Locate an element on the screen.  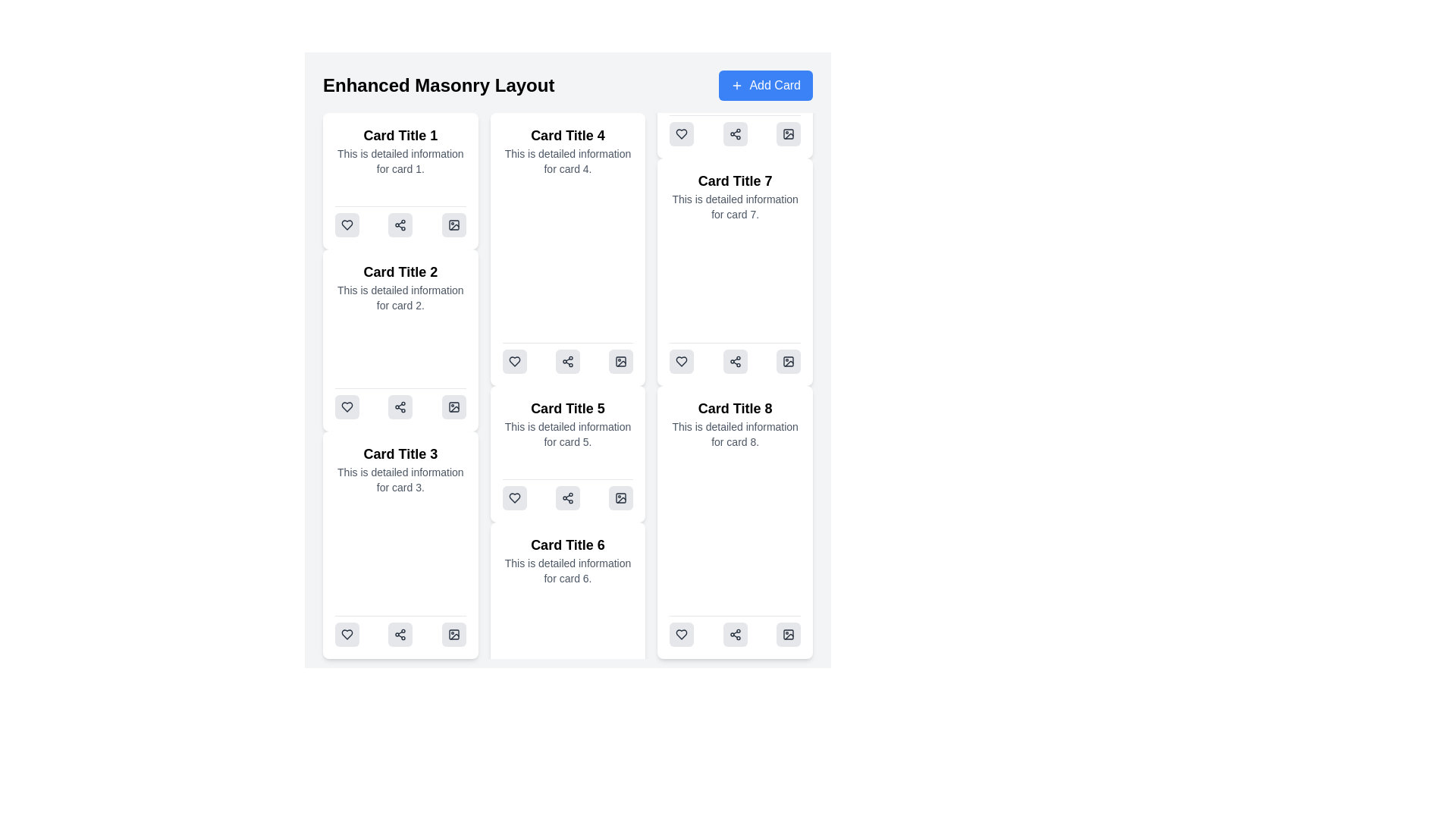
the rectangular visual icon component located in the top-right of the card labeled 'Card Title 7' by moving the cursor to its center point is located at coordinates (789, 133).